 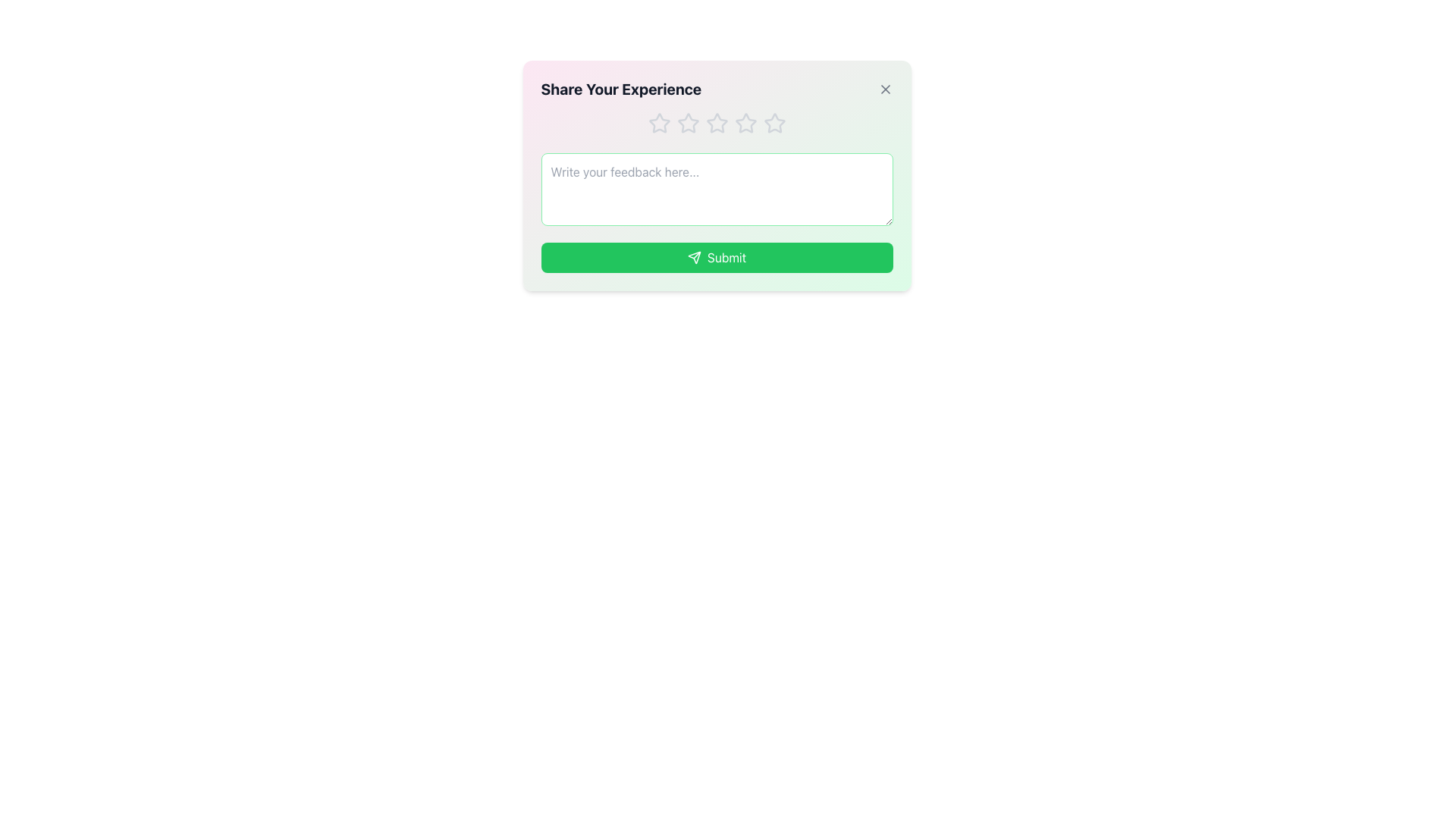 What do you see at coordinates (621, 89) in the screenshot?
I see `bold text header stating 'Share Your Experience' located at the top-left of the feedback modal` at bounding box center [621, 89].